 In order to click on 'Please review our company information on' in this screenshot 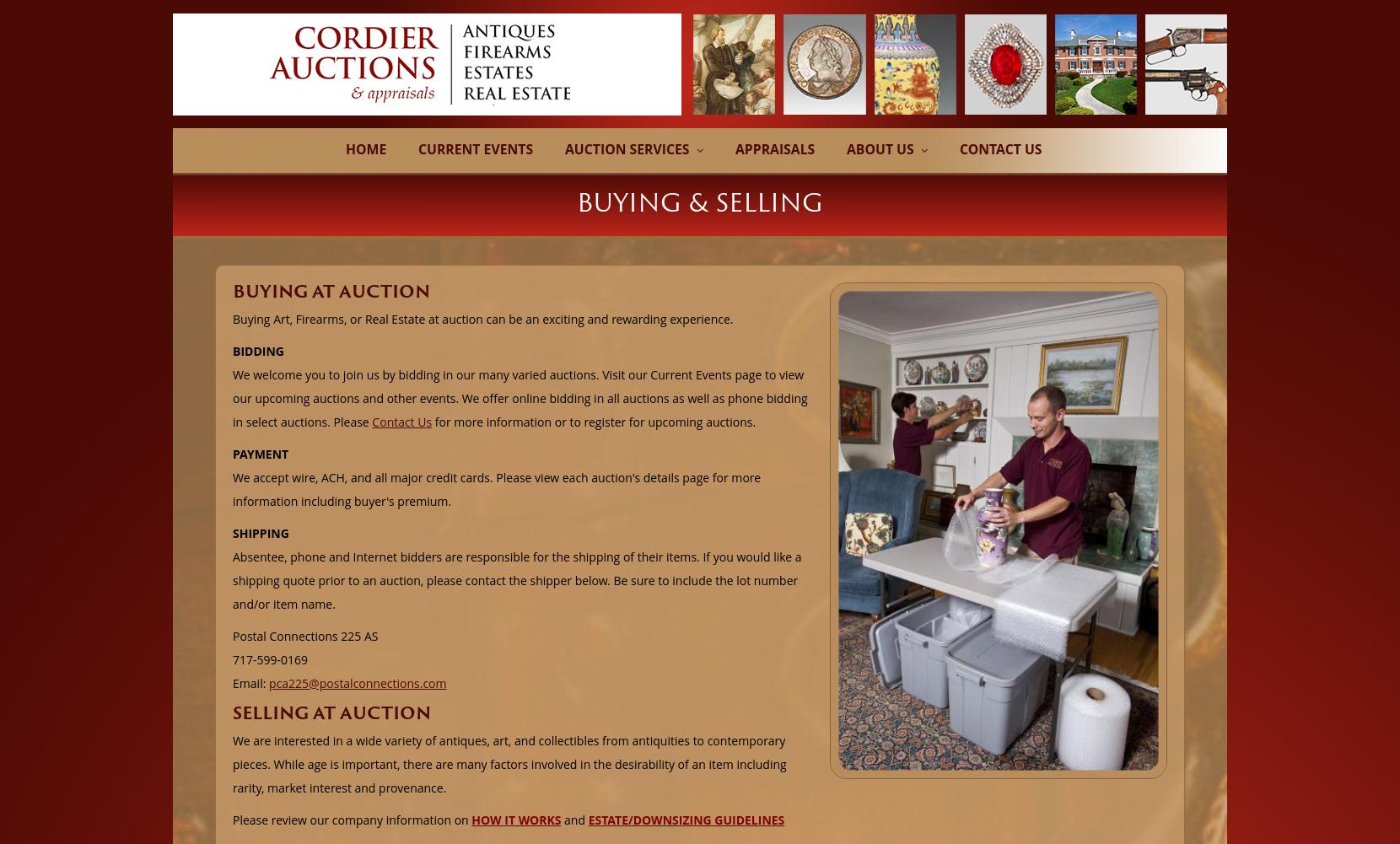, I will do `click(351, 818)`.